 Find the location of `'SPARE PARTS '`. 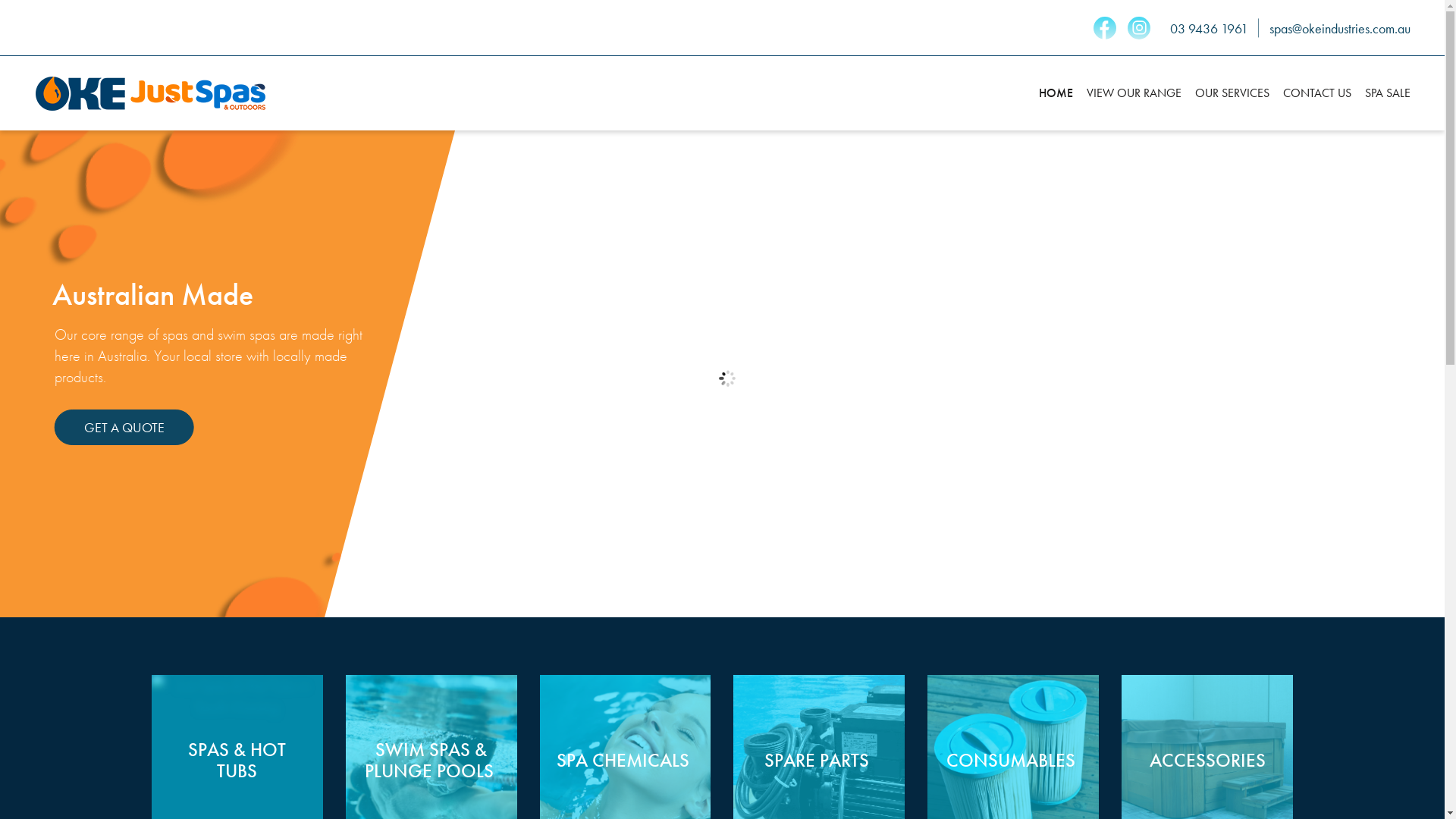

'SPARE PARTS ' is located at coordinates (818, 760).